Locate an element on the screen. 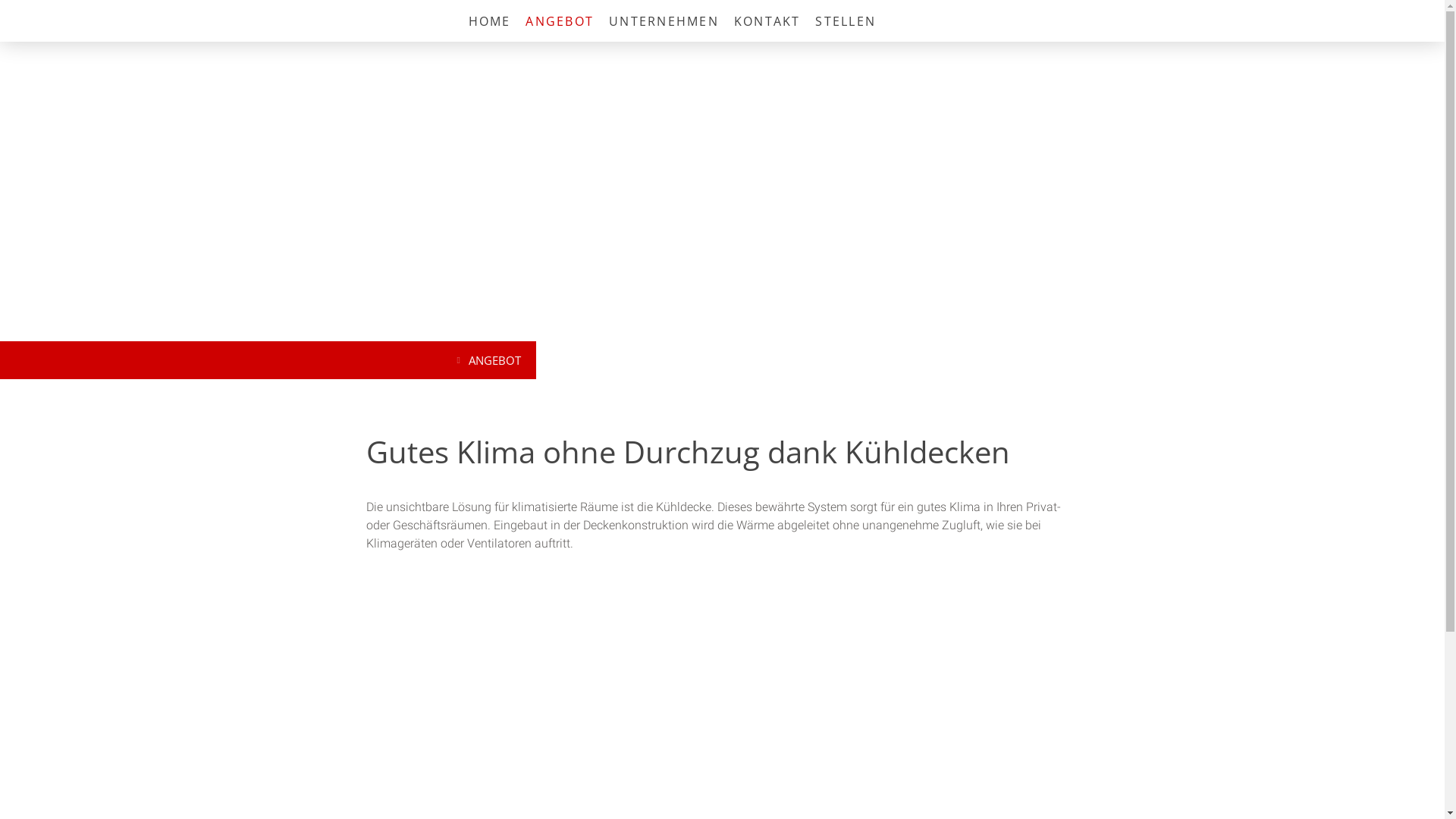 The image size is (1456, 819). 'ANGEBOT' is located at coordinates (559, 20).